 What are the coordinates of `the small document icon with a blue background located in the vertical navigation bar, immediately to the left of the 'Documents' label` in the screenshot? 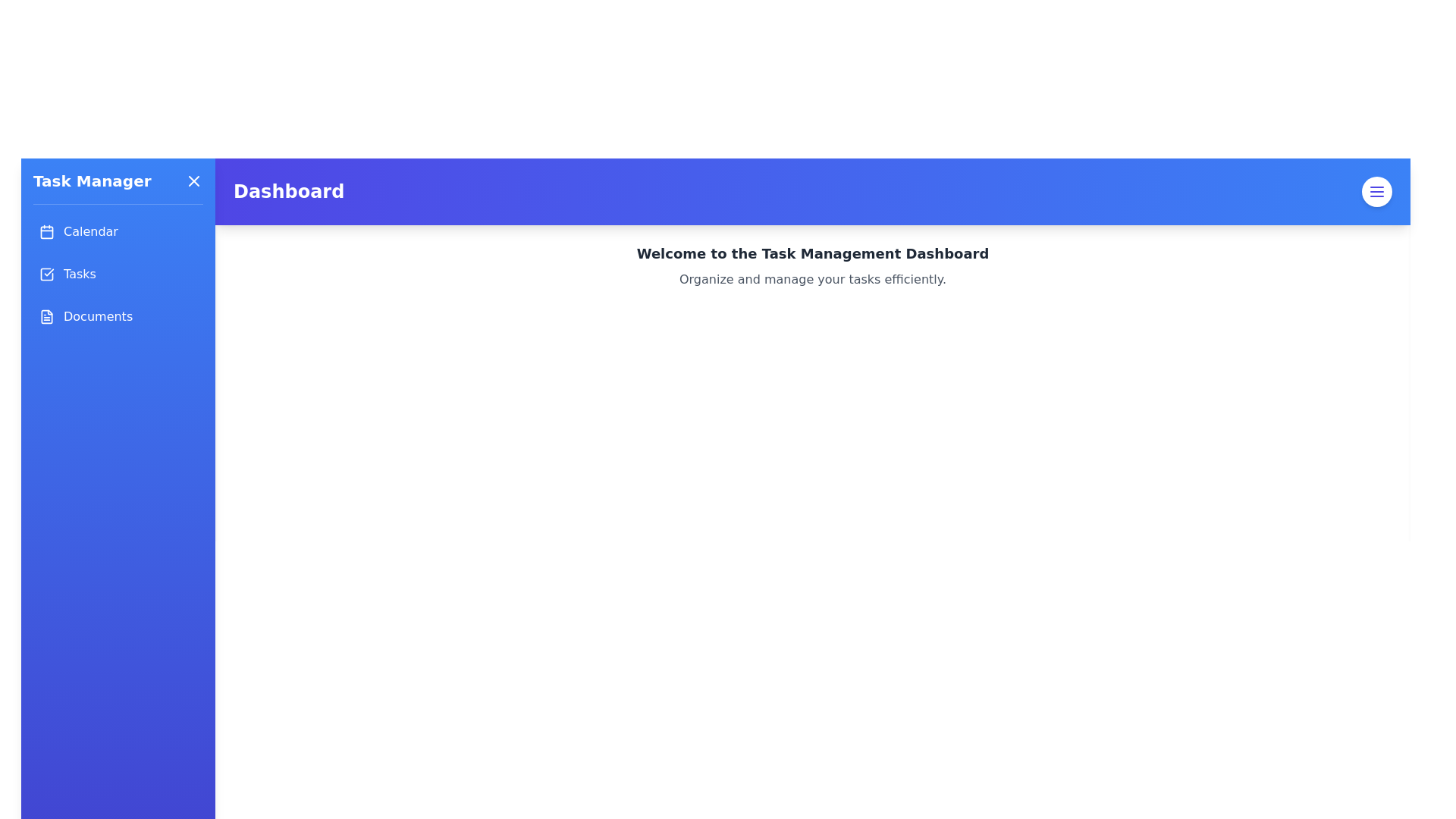 It's located at (47, 315).